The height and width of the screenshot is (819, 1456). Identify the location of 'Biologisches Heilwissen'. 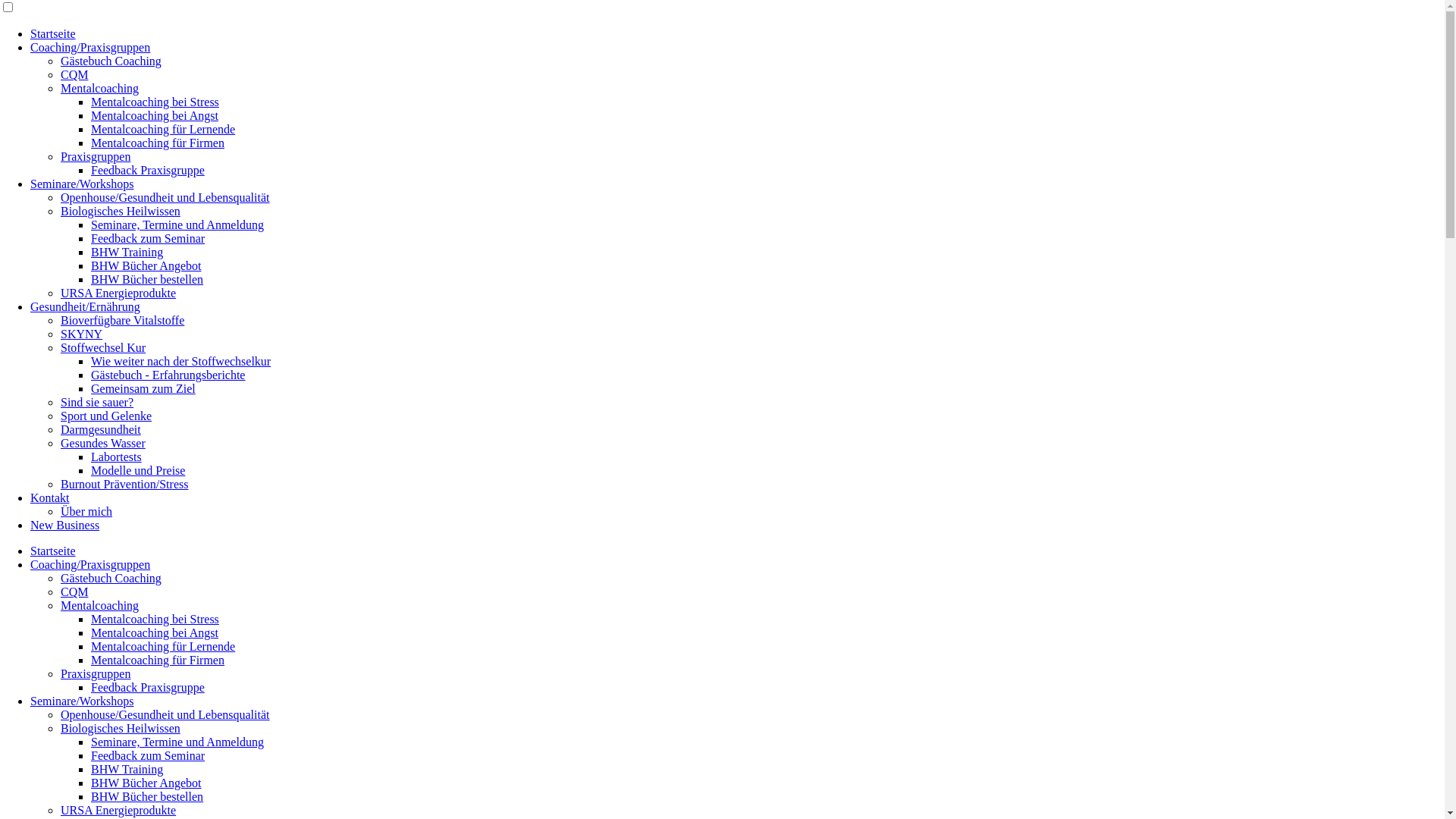
(61, 727).